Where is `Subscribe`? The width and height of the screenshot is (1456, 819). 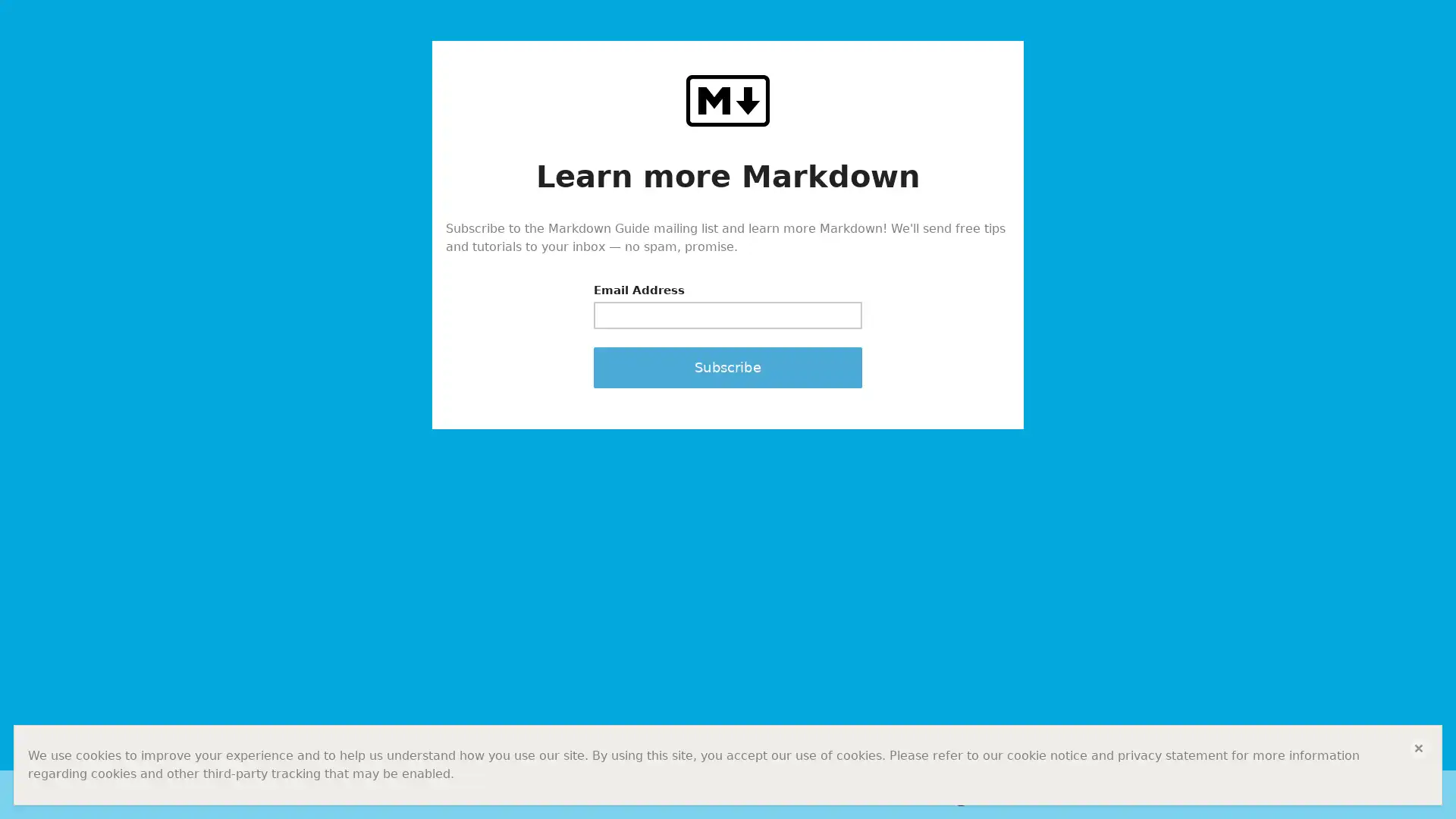 Subscribe is located at coordinates (728, 366).